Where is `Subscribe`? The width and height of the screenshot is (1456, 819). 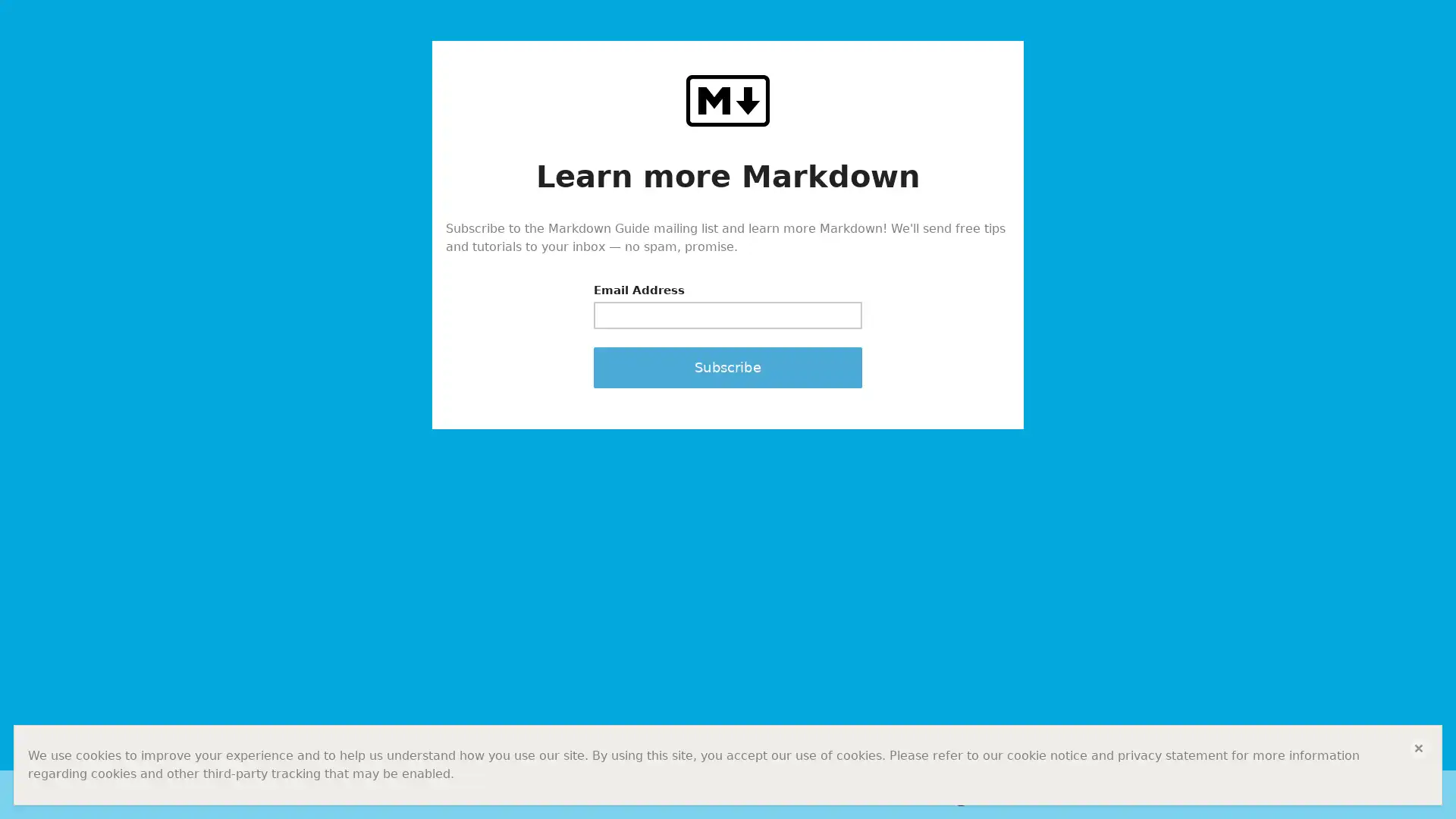 Subscribe is located at coordinates (728, 366).